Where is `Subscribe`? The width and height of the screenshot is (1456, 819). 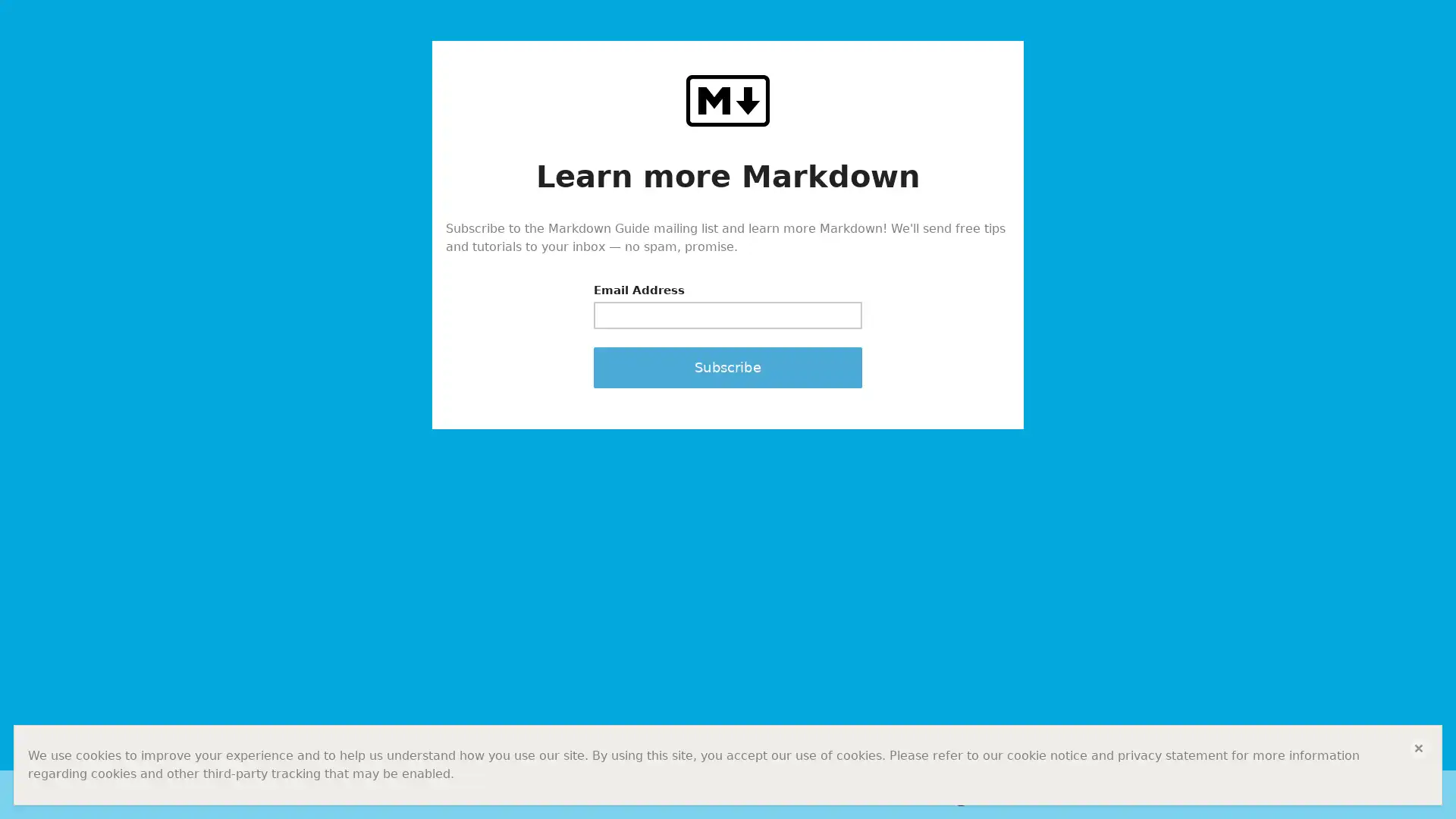 Subscribe is located at coordinates (728, 366).